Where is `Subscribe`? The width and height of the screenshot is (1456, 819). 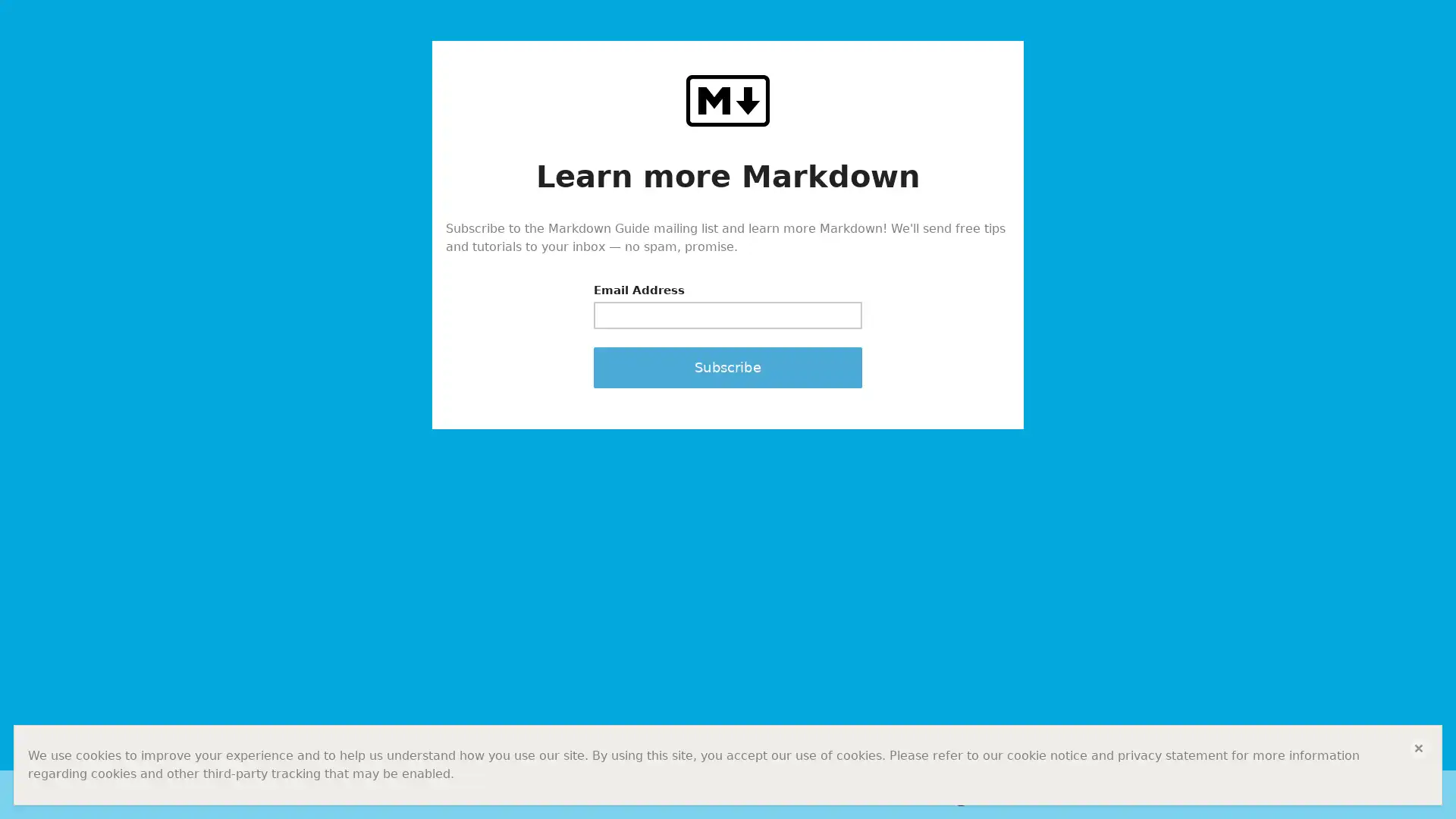 Subscribe is located at coordinates (728, 366).